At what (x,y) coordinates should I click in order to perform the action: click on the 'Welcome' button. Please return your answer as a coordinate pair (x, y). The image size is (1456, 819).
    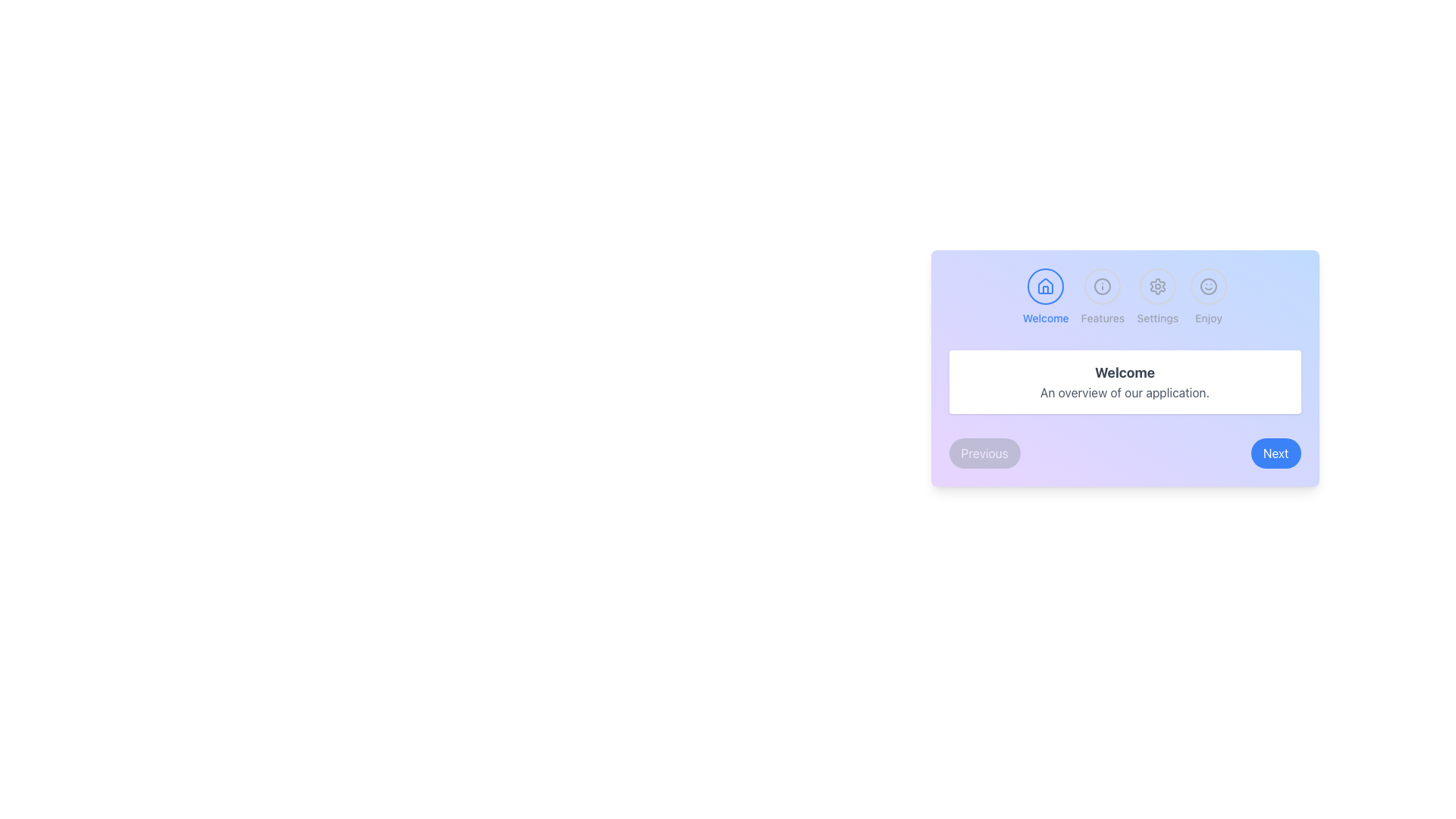
    Looking at the image, I should click on (1045, 287).